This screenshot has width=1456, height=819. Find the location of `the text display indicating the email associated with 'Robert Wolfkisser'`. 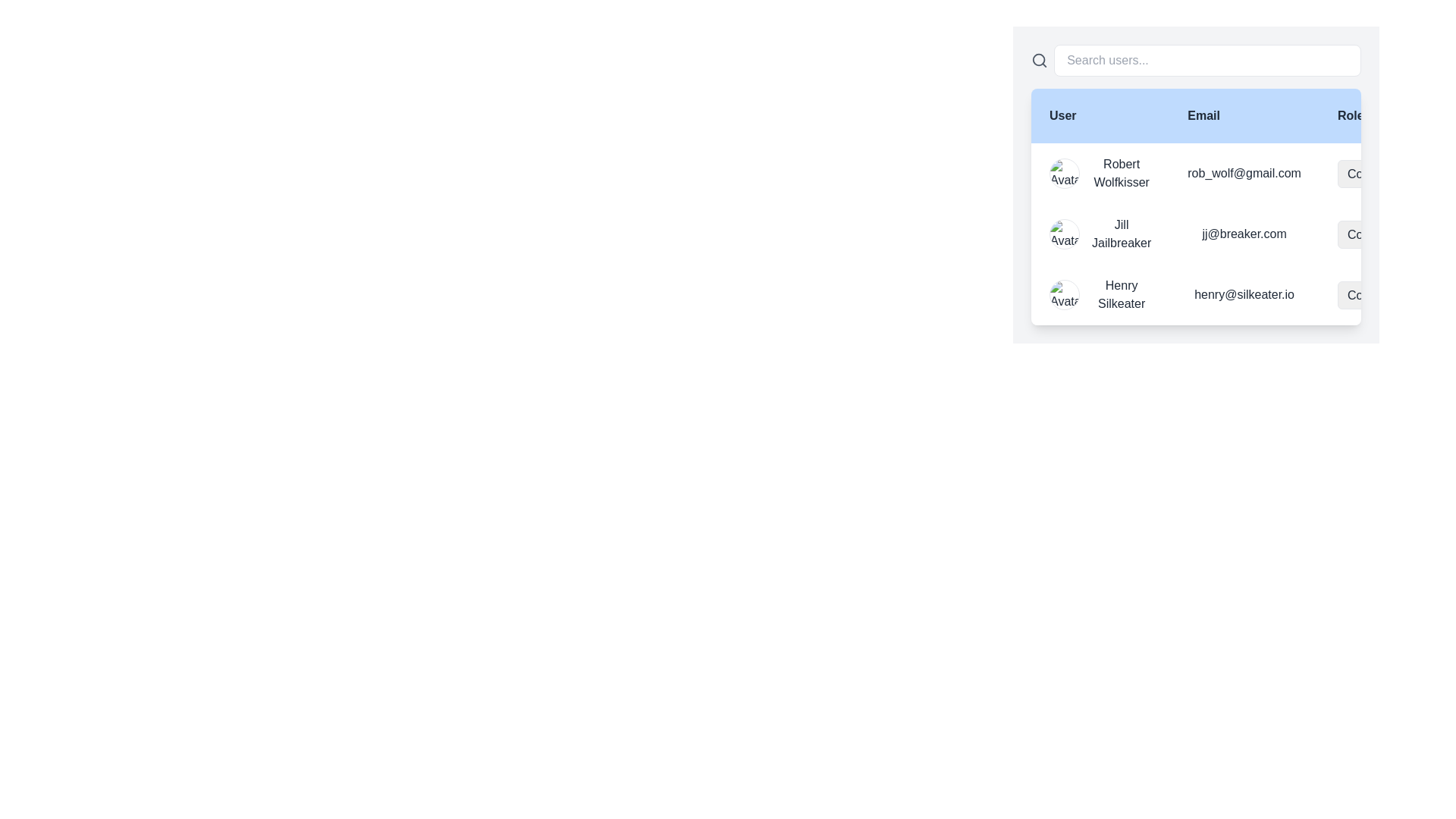

the text display indicating the email associated with 'Robert Wolfkisser' is located at coordinates (1244, 172).